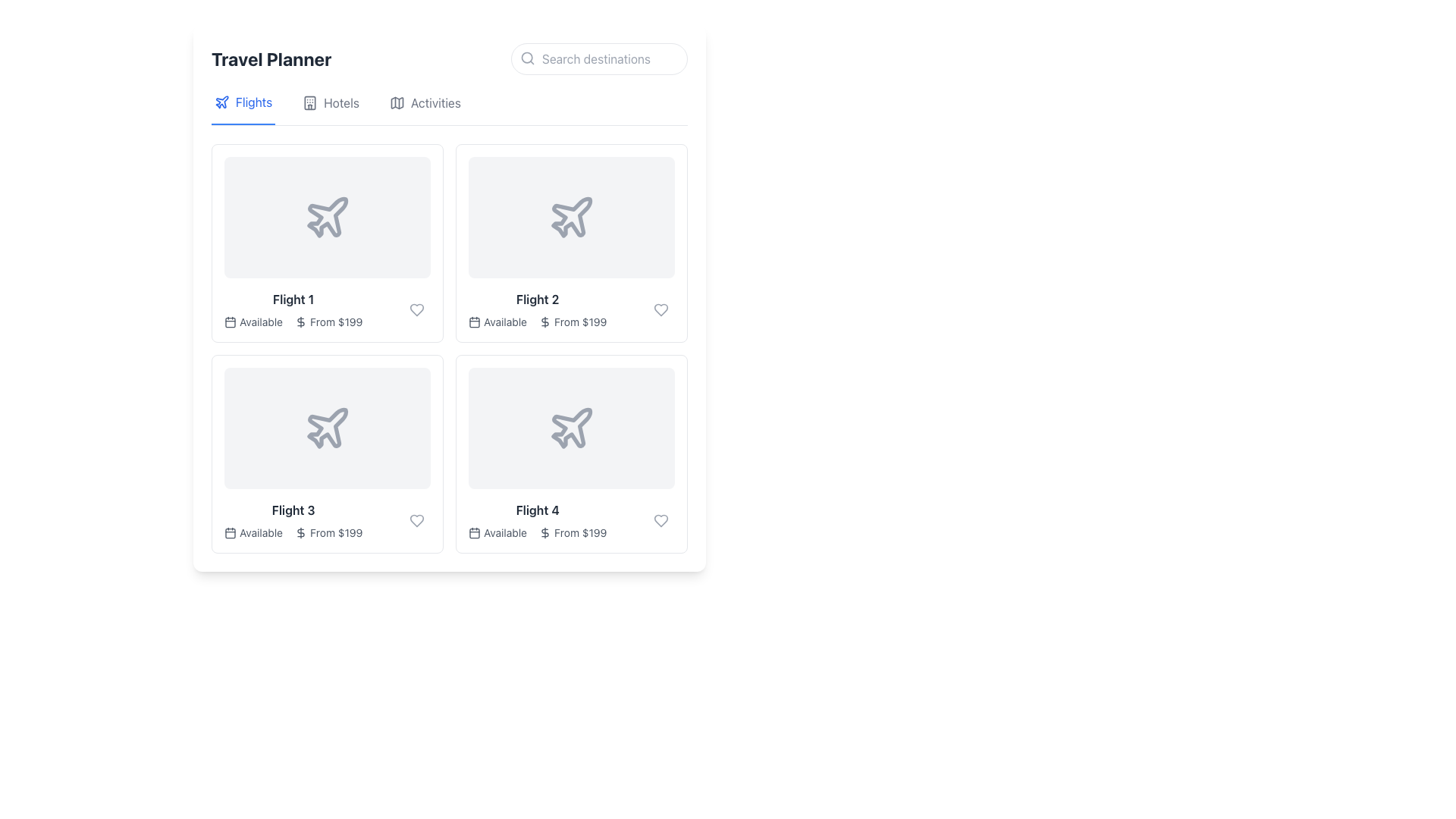 The image size is (1456, 819). What do you see at coordinates (293, 309) in the screenshot?
I see `the icons in the 'Flight 1' Text and Icon Group element` at bounding box center [293, 309].